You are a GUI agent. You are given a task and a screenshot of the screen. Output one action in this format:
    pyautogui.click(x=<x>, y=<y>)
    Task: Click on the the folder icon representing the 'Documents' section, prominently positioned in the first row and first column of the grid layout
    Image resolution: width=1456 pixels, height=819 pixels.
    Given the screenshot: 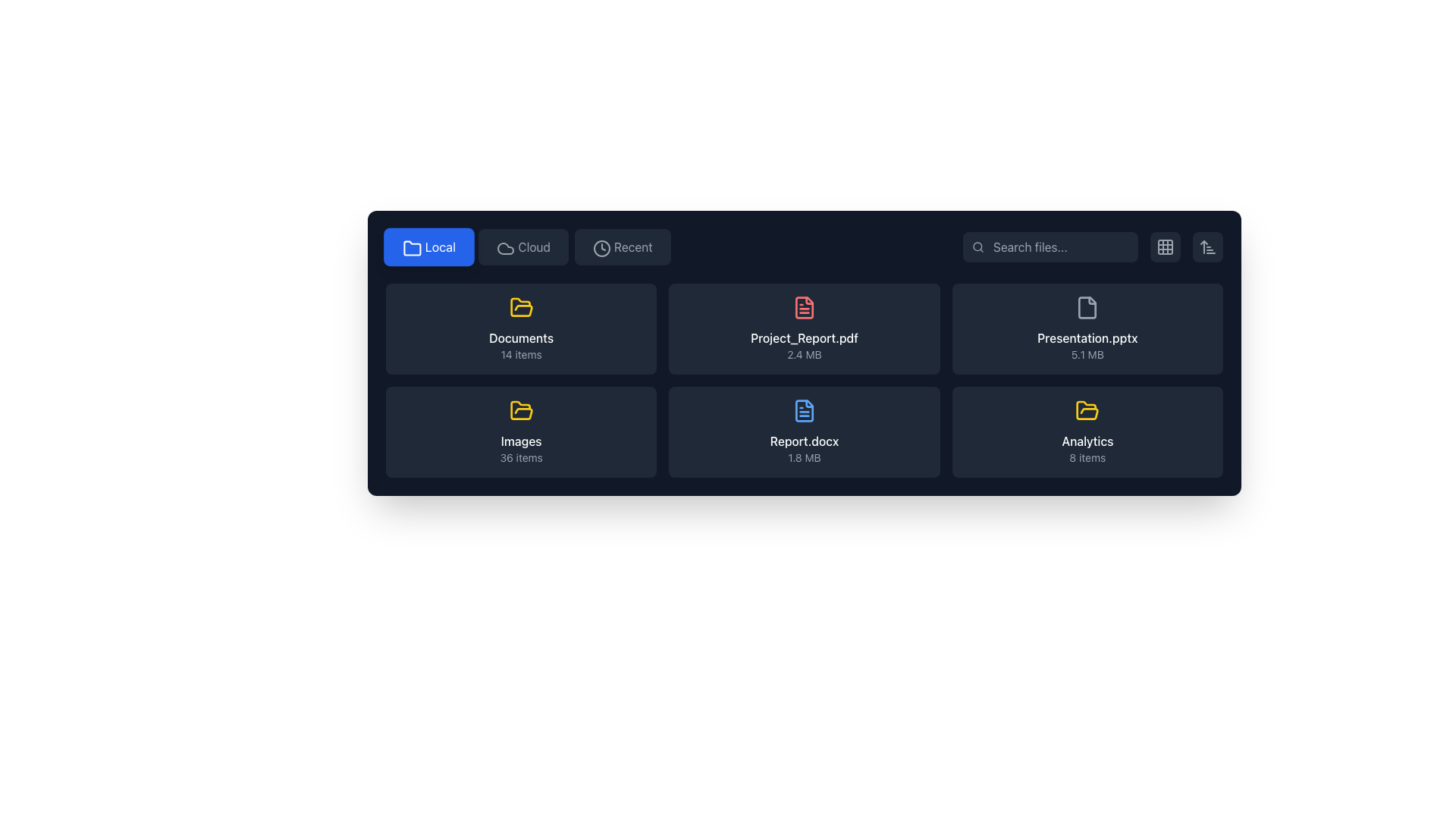 What is the action you would take?
    pyautogui.click(x=521, y=307)
    